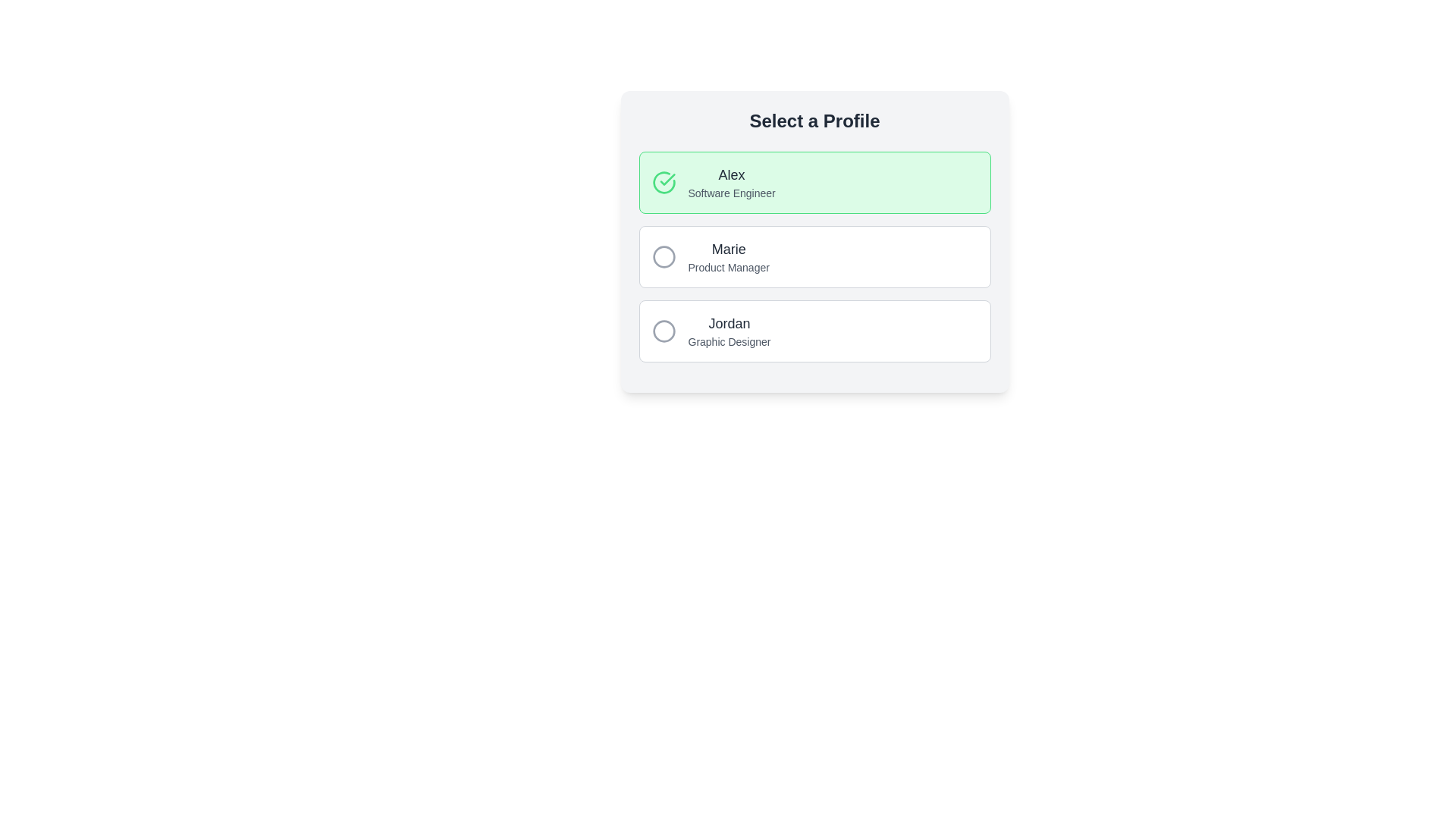 This screenshot has height=819, width=1456. What do you see at coordinates (732, 192) in the screenshot?
I see `the text label displaying 'Software Engineer', which is located below the name 'Alex' within a green-highlighted profile card` at bounding box center [732, 192].